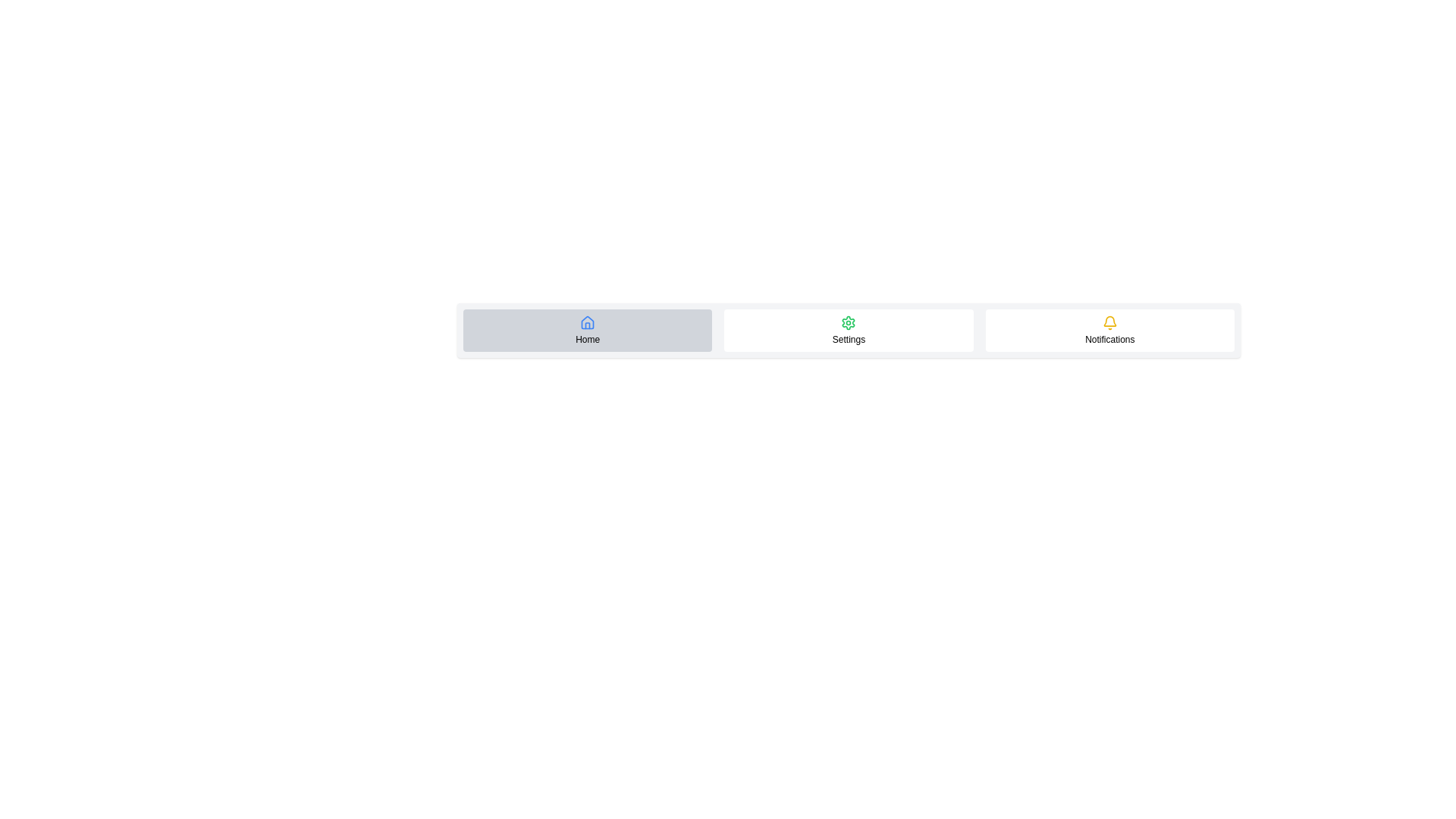 Image resolution: width=1456 pixels, height=819 pixels. I want to click on the 'Home' navigation icon, which is visually separated by rounded borders and a gray background, so click(587, 322).